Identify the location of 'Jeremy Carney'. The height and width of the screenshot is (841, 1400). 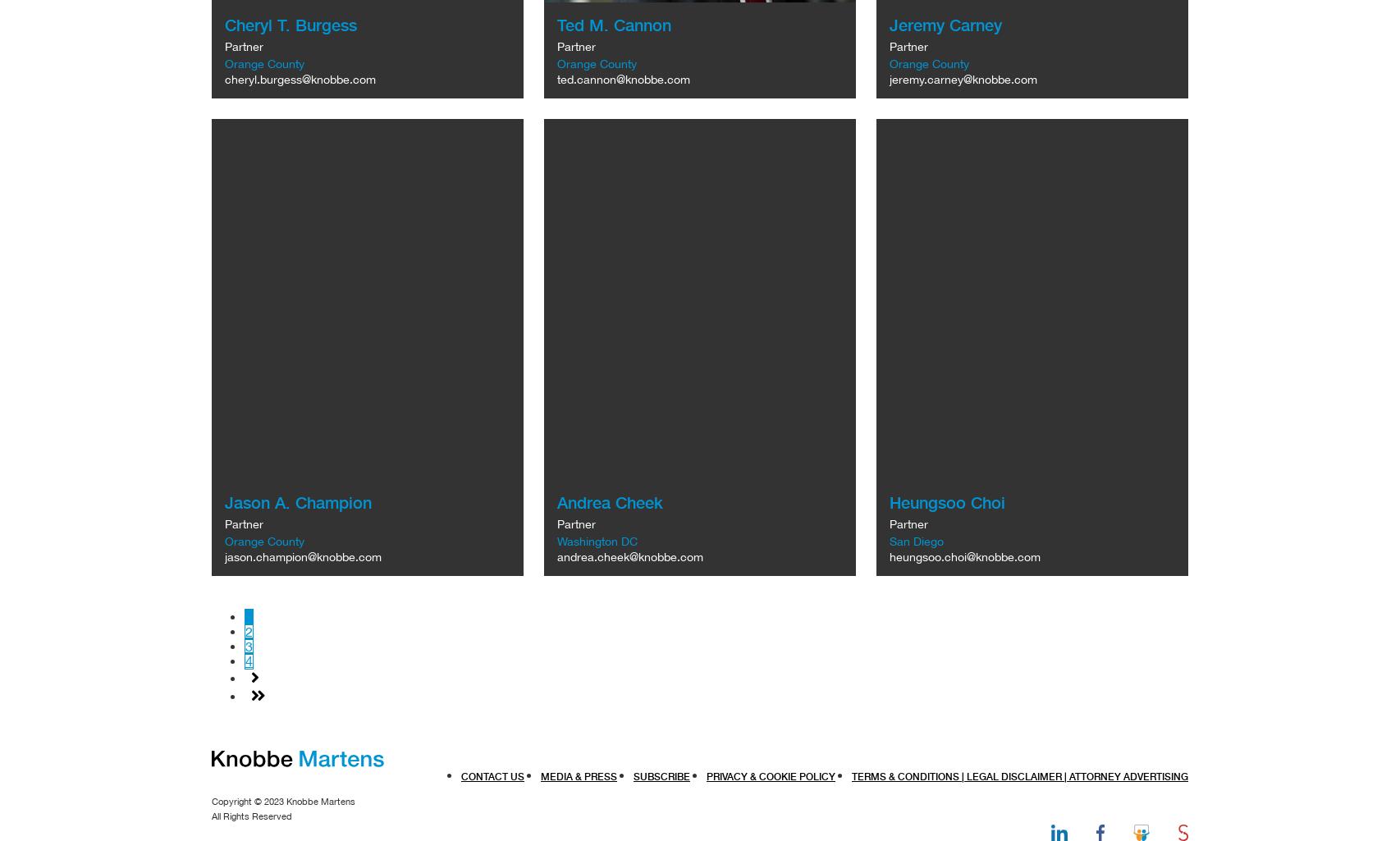
(945, 25).